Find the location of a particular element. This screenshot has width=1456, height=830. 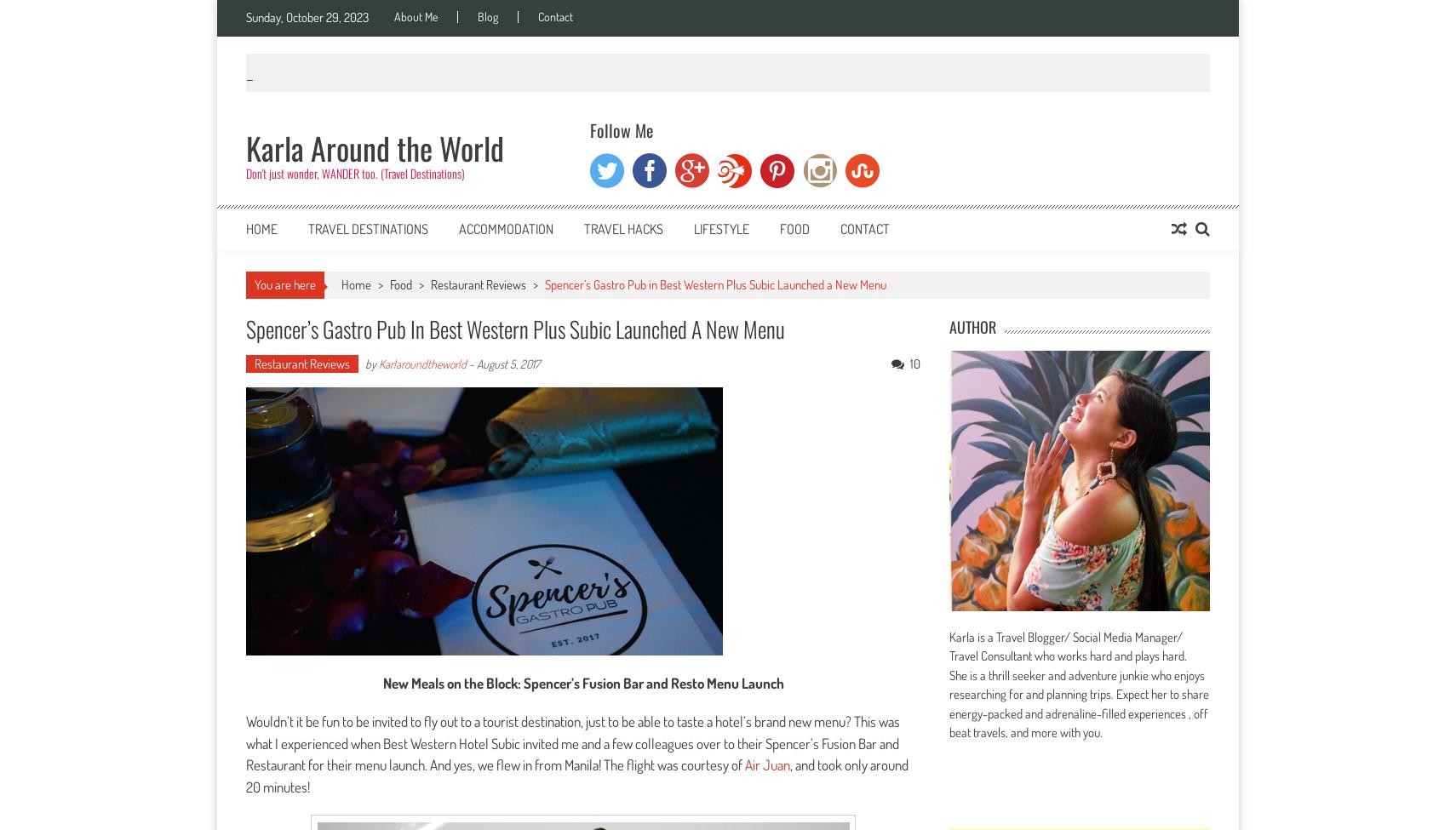

'Food' is located at coordinates (400, 283).